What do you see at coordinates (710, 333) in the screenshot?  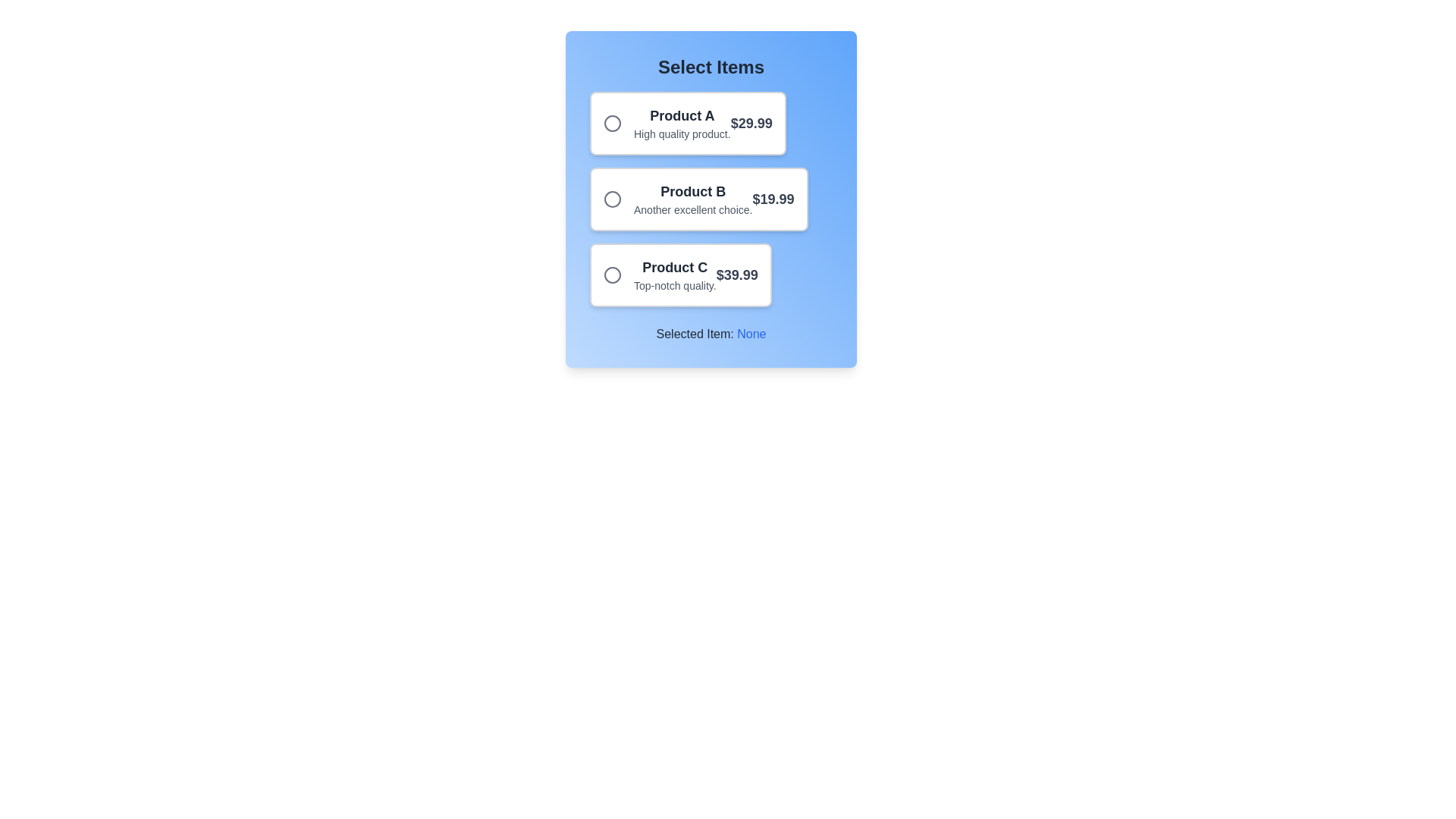 I see `the text label that displays 'Selected Item: None'` at bounding box center [710, 333].